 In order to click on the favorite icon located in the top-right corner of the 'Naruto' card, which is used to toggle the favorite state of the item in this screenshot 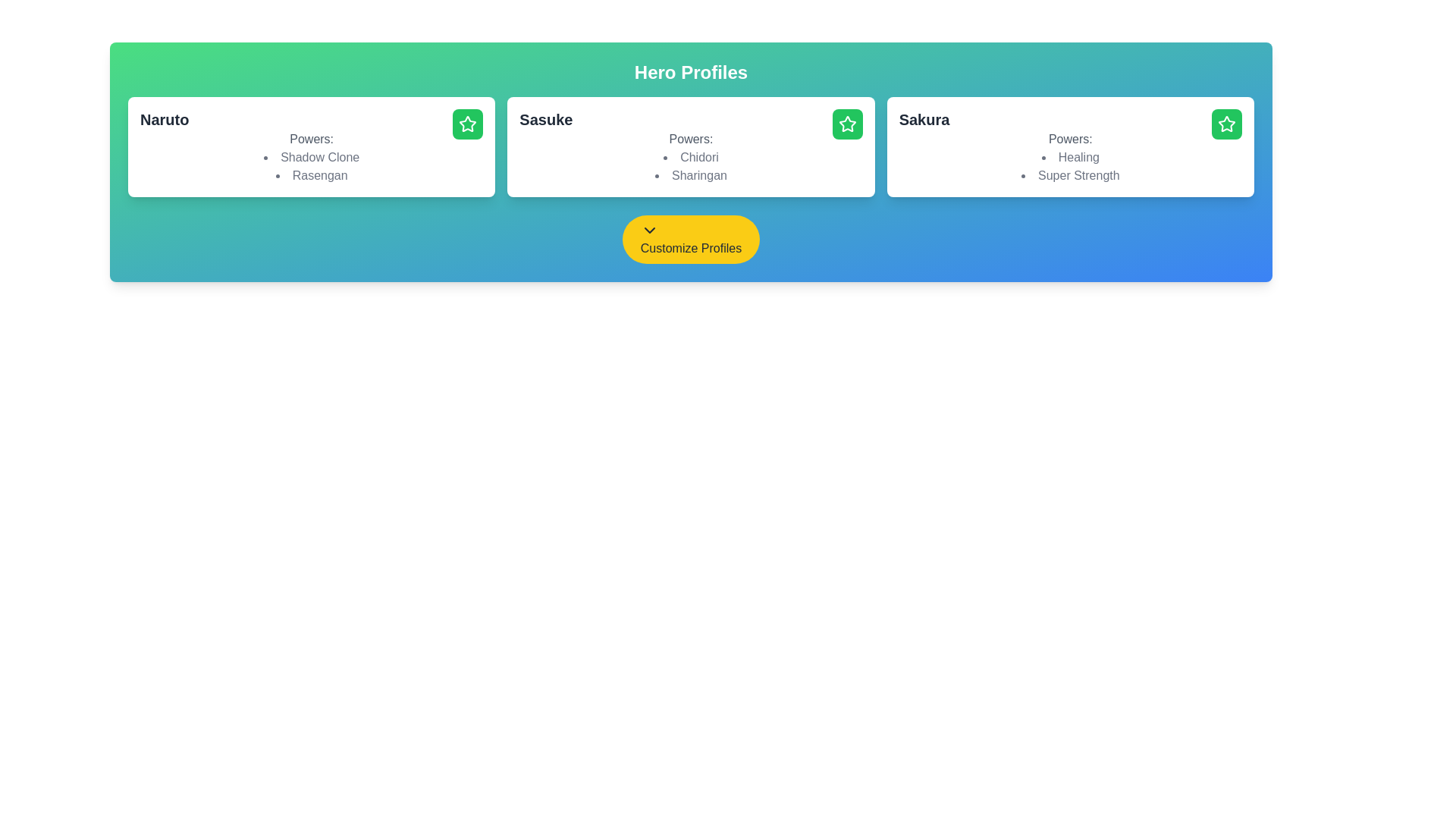, I will do `click(467, 124)`.